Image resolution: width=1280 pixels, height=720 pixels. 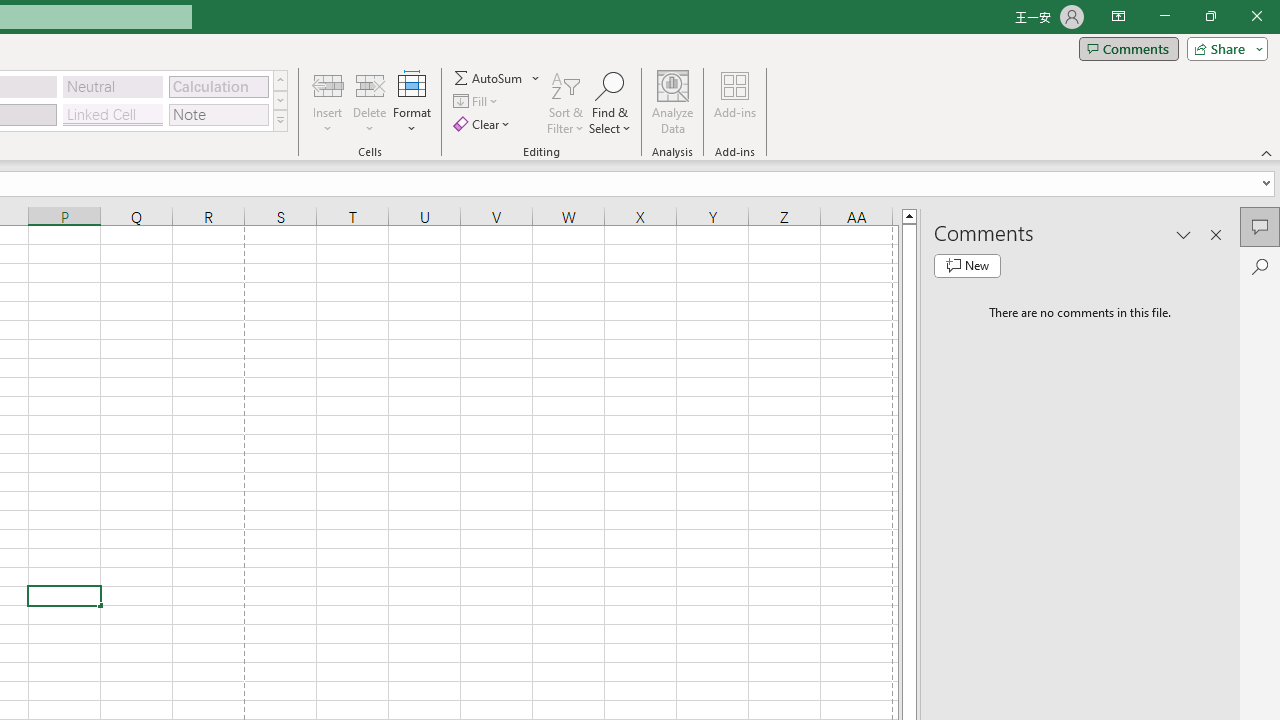 What do you see at coordinates (967, 265) in the screenshot?
I see `'New comment'` at bounding box center [967, 265].